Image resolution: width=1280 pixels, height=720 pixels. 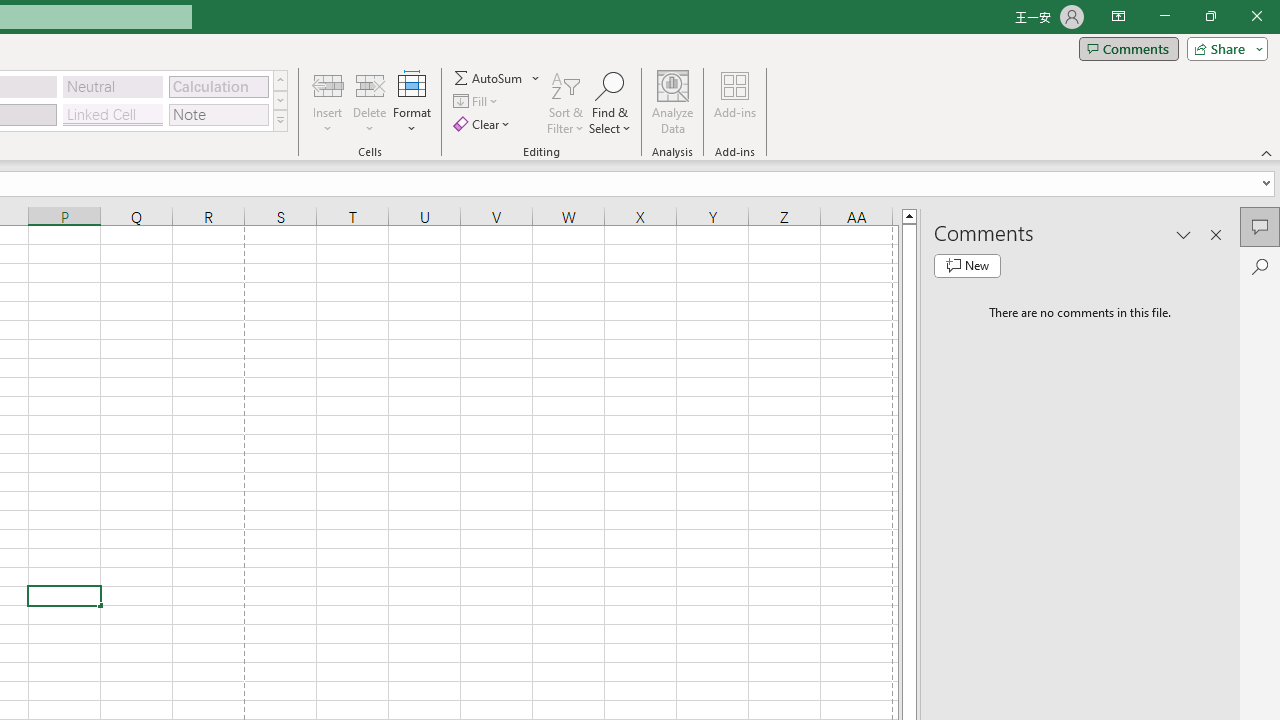 What do you see at coordinates (967, 265) in the screenshot?
I see `'New comment'` at bounding box center [967, 265].